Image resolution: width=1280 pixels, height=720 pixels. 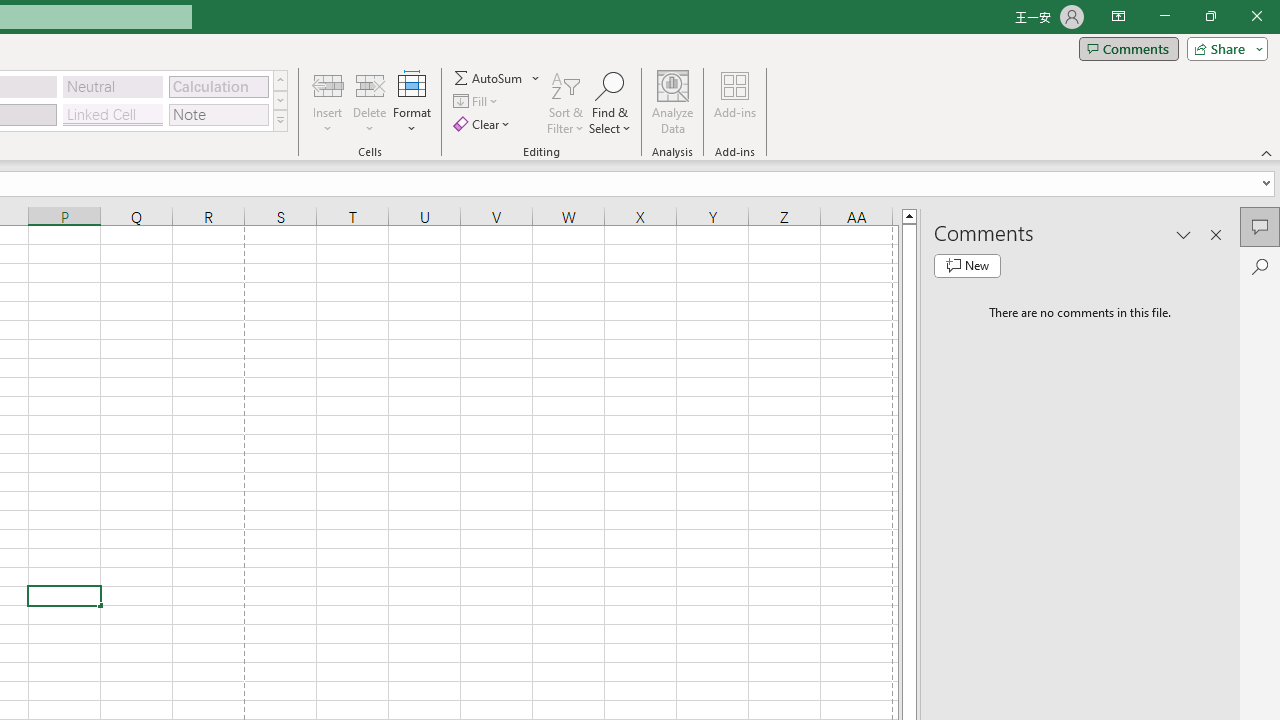 What do you see at coordinates (967, 265) in the screenshot?
I see `'New comment'` at bounding box center [967, 265].